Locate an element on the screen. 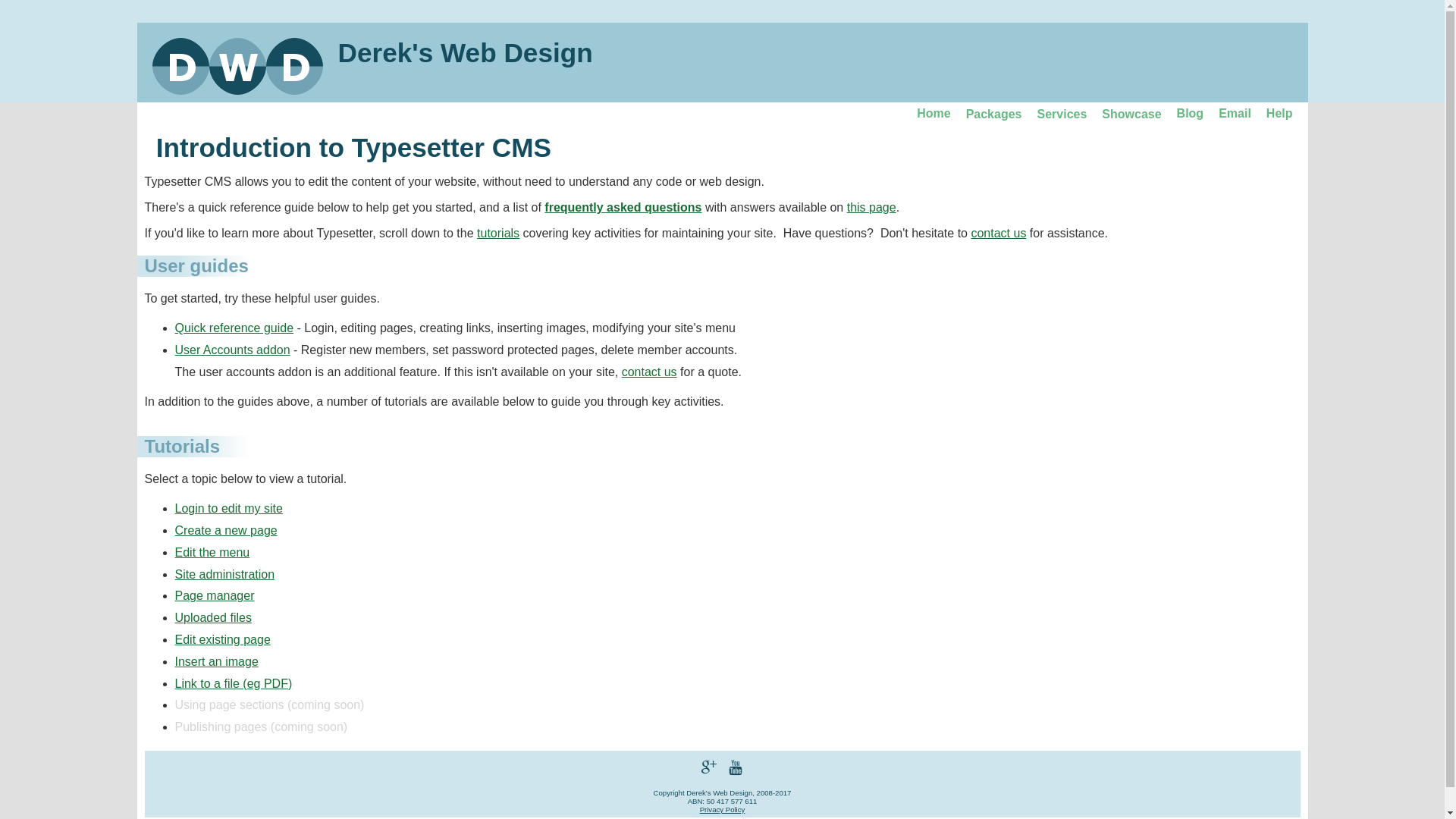  'tutorials' is located at coordinates (498, 233).